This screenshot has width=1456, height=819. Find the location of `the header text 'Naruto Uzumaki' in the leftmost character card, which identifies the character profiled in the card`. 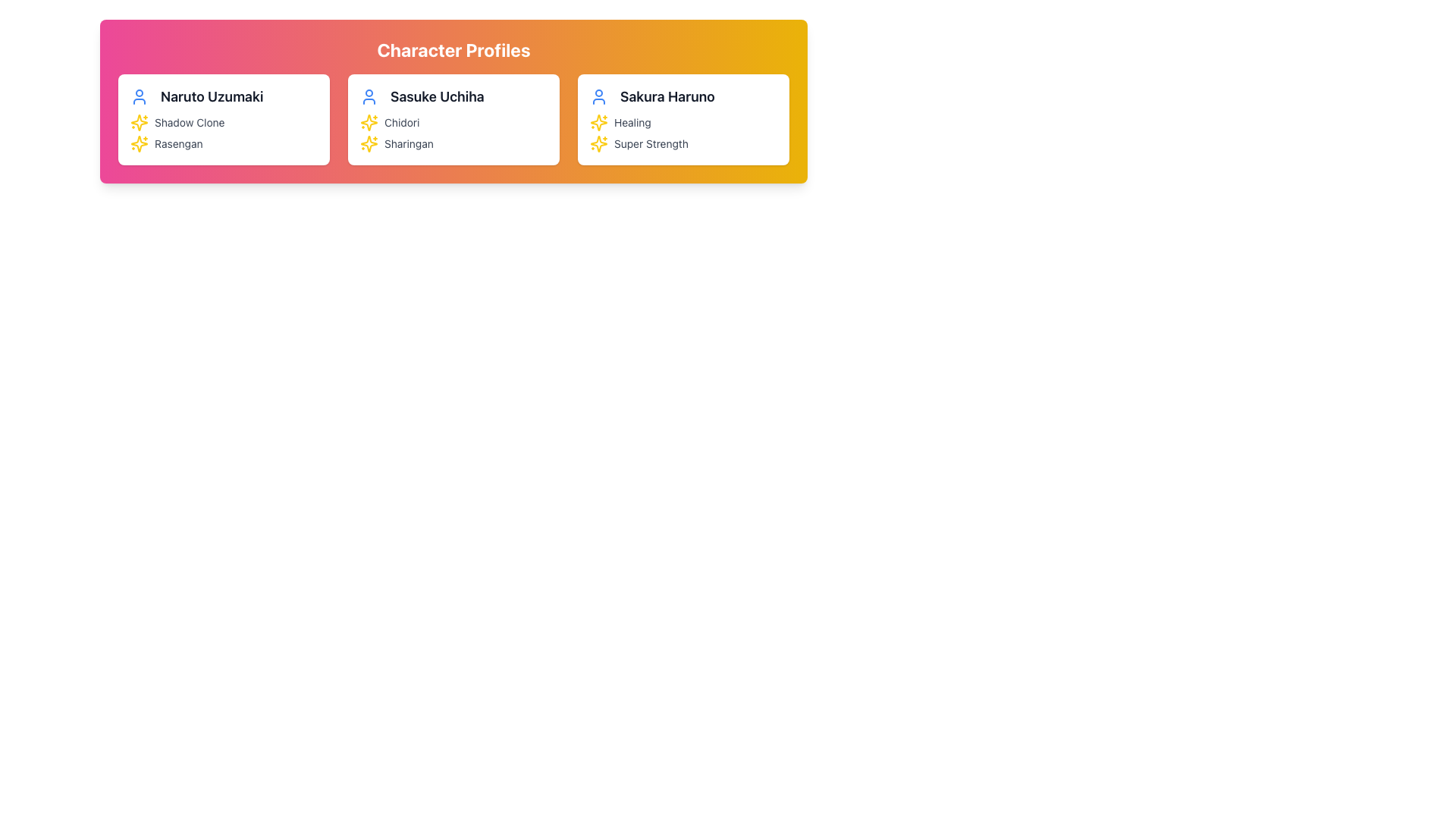

the header text 'Naruto Uzumaki' in the leftmost character card, which identifies the character profiled in the card is located at coordinates (211, 96).